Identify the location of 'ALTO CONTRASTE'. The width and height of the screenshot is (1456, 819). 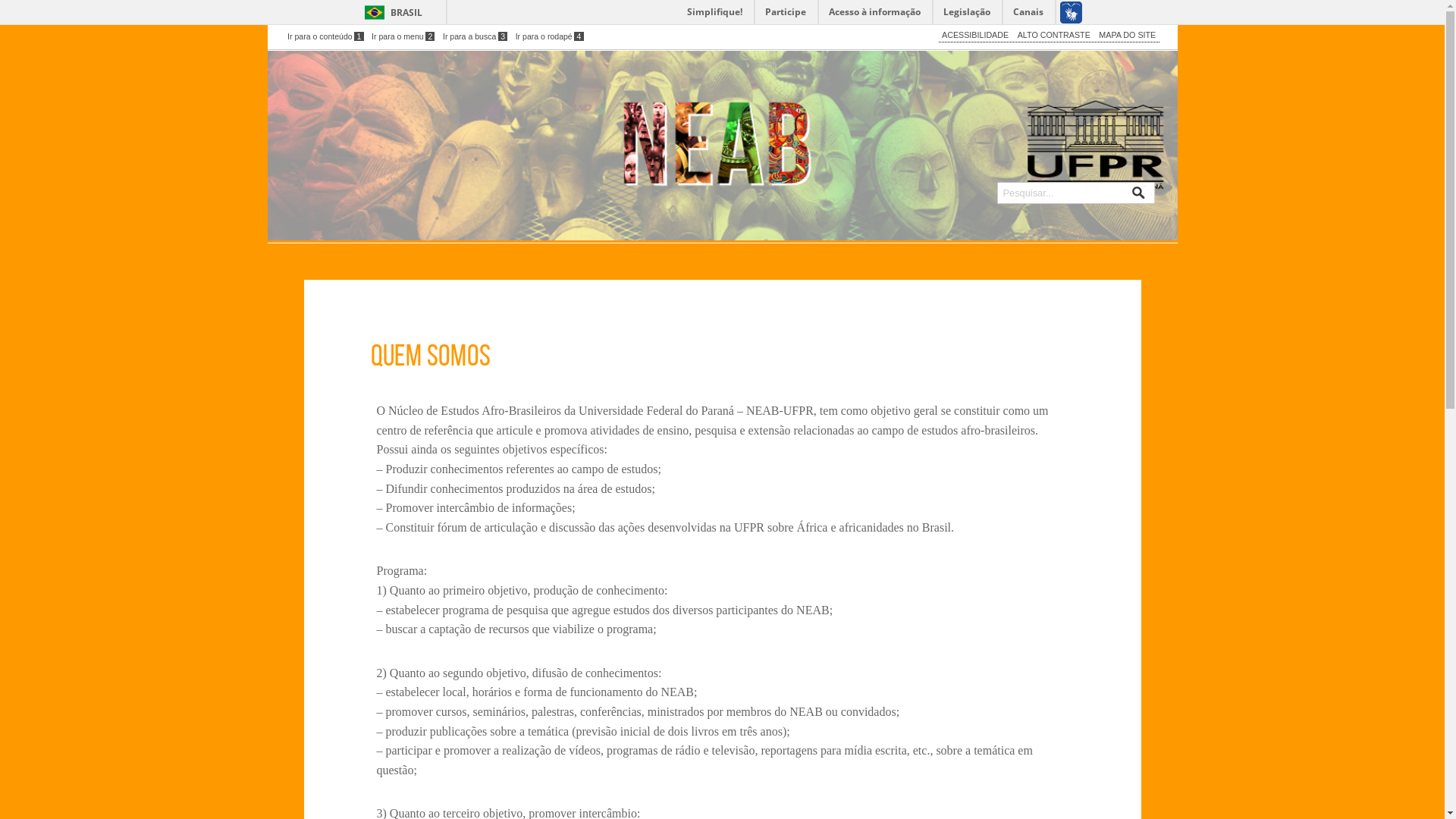
(1053, 34).